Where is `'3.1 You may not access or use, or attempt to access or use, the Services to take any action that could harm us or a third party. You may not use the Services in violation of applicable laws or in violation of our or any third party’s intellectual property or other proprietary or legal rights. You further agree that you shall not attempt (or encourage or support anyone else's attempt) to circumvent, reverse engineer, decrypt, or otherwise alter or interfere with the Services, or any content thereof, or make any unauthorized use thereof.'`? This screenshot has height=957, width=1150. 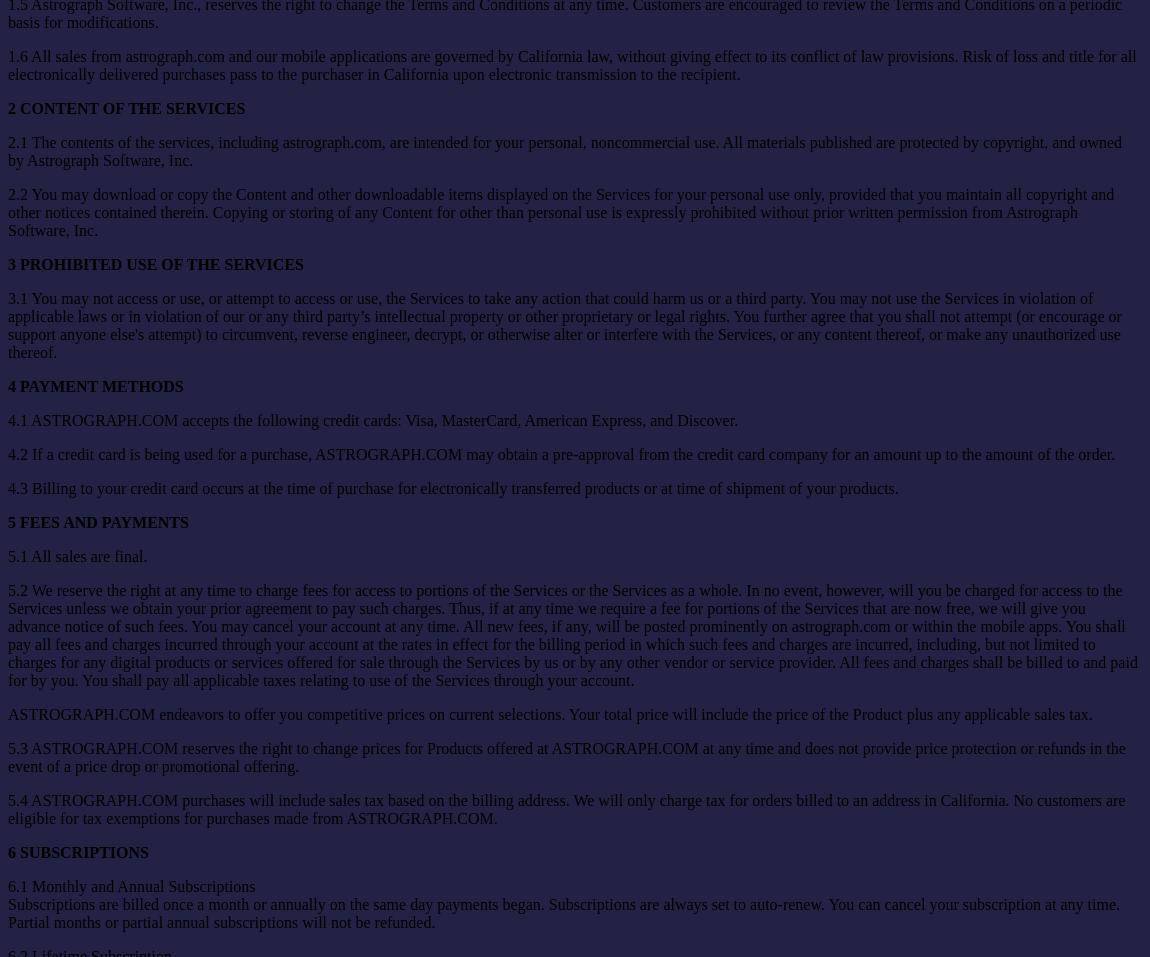
'3.1 You may not access or use, or attempt to access or use, the Services to take any action that could harm us or a third party. You may not use the Services in violation of applicable laws or in violation of our or any third party’s intellectual property or other proprietary or legal rights. You further agree that you shall not attempt (or encourage or support anyone else's attempt) to circumvent, reverse engineer, decrypt, or otherwise alter or interfere with the Services, or any content thereof, or make any unauthorized use thereof.' is located at coordinates (564, 324).